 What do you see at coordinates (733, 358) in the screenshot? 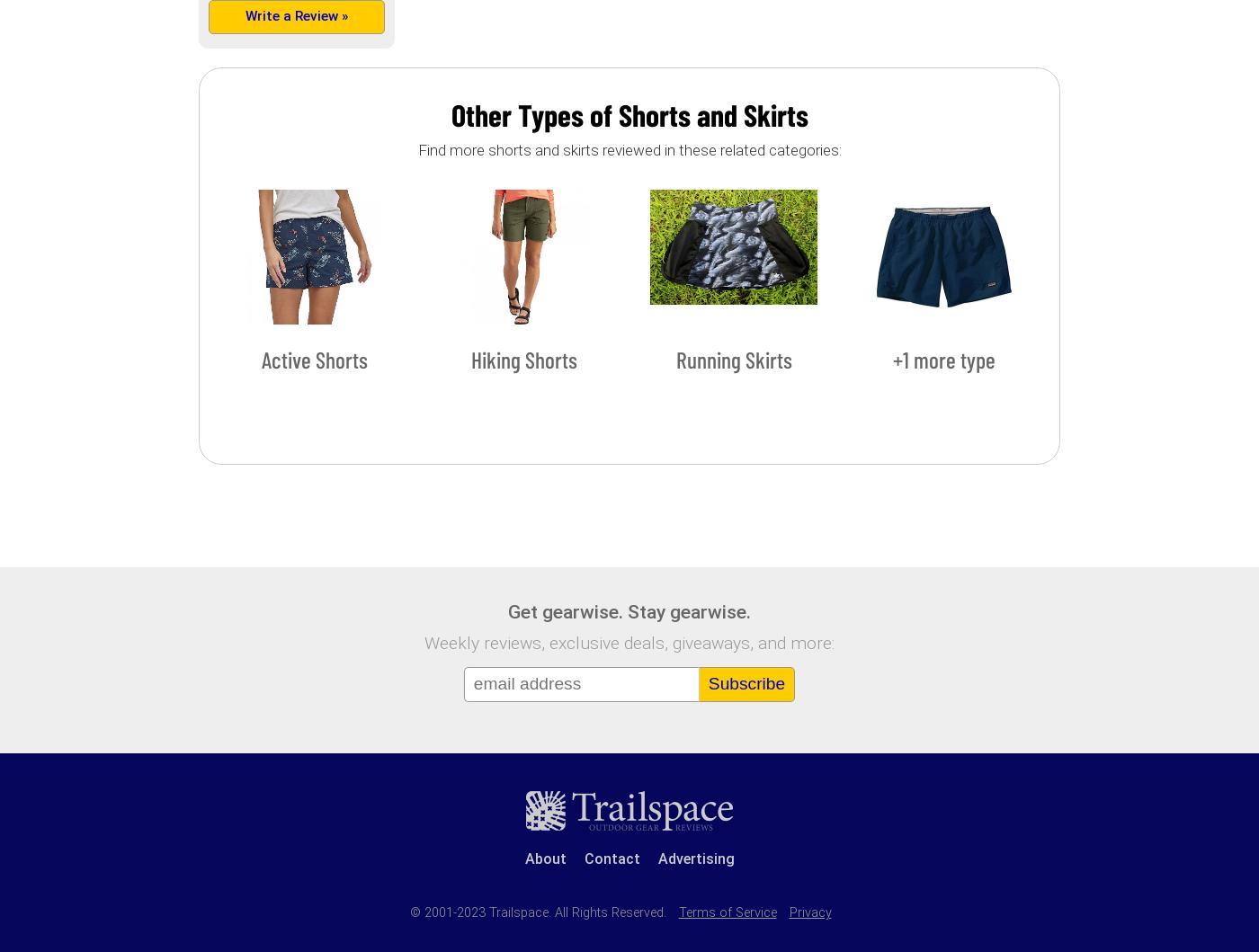
I see `'Running Skirts'` at bounding box center [733, 358].